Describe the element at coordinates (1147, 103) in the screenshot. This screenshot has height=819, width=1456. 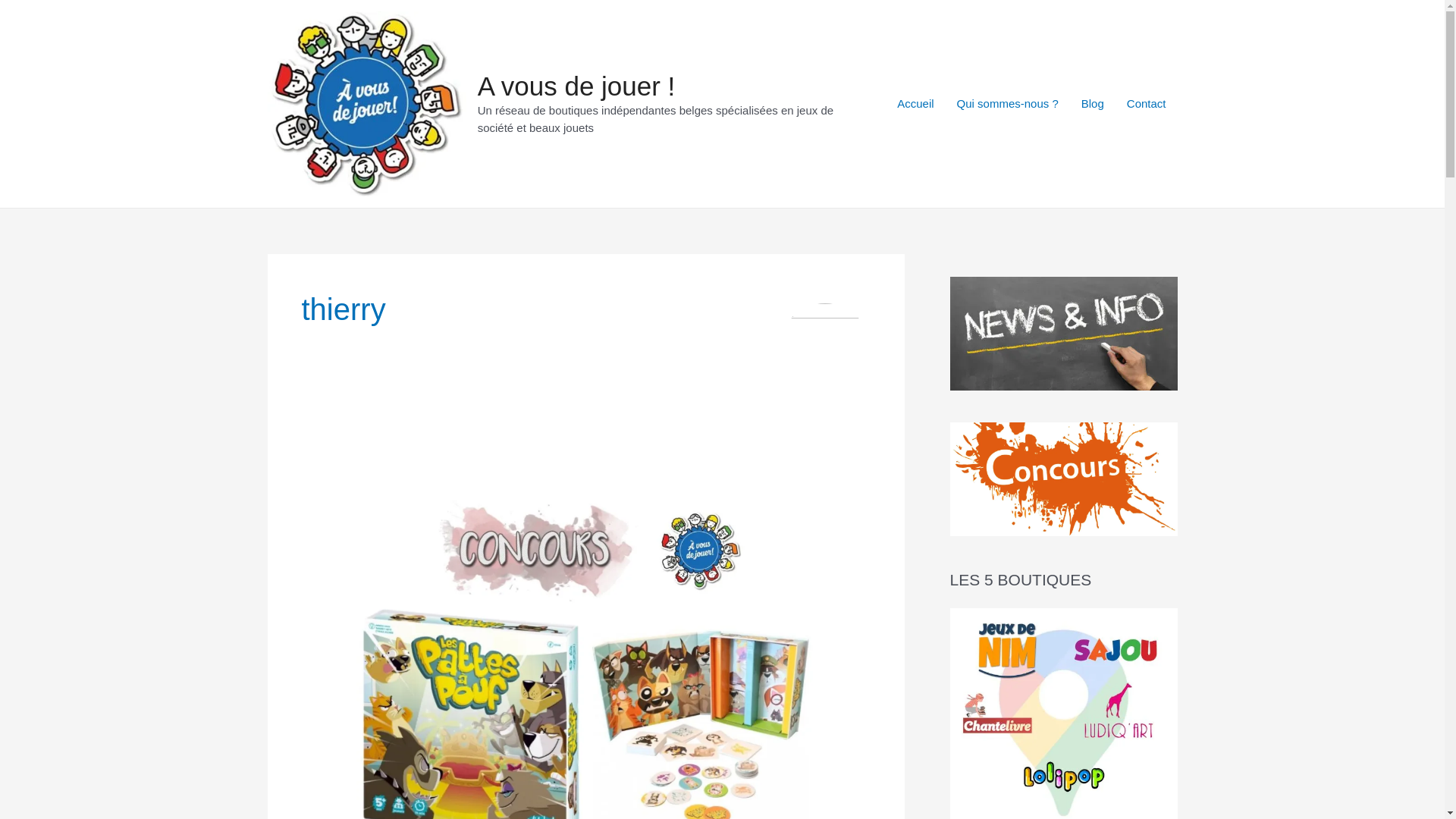
I see `'Contact'` at that location.